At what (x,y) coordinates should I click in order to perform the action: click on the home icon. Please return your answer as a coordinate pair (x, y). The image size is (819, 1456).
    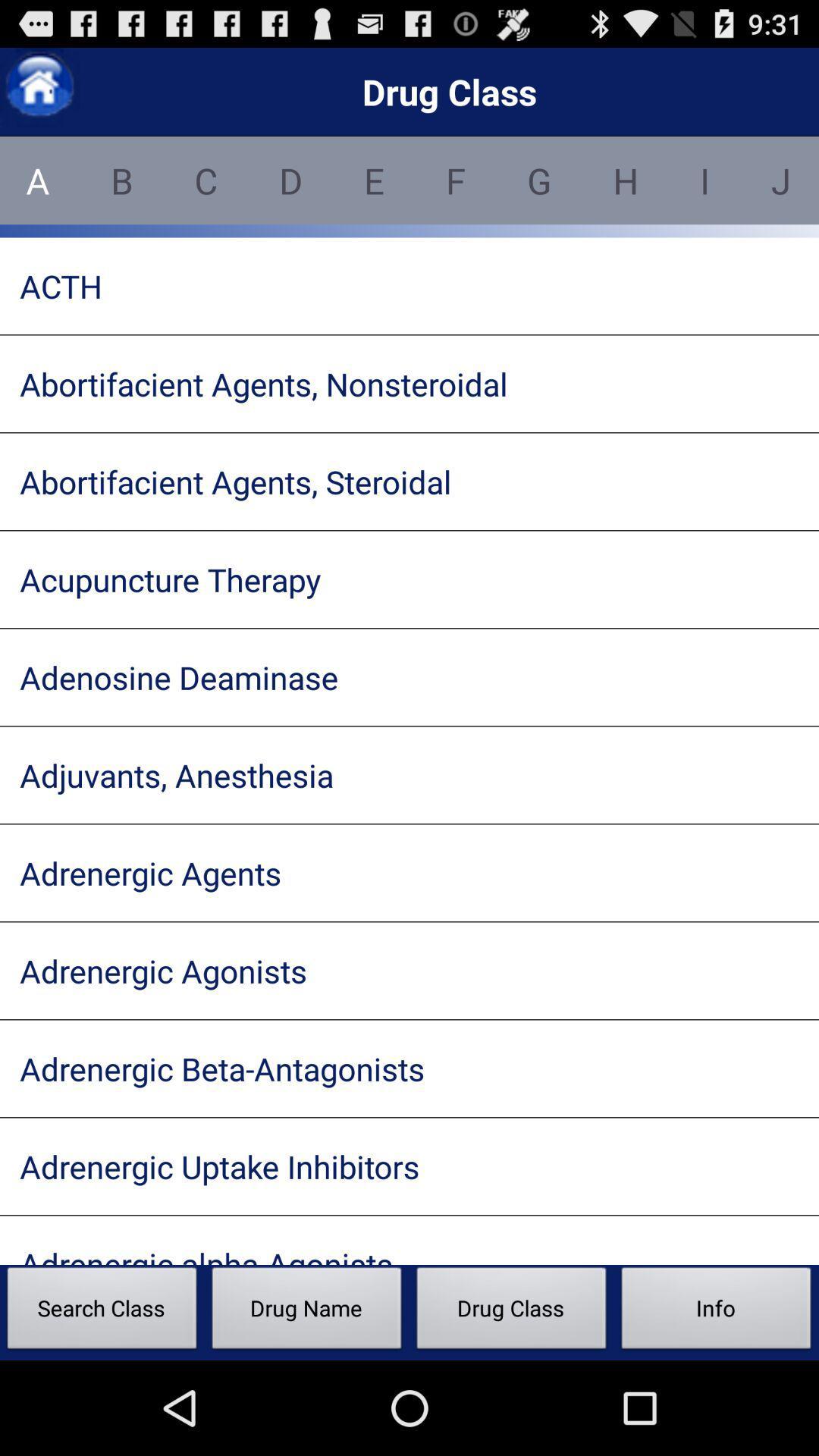
    Looking at the image, I should click on (39, 93).